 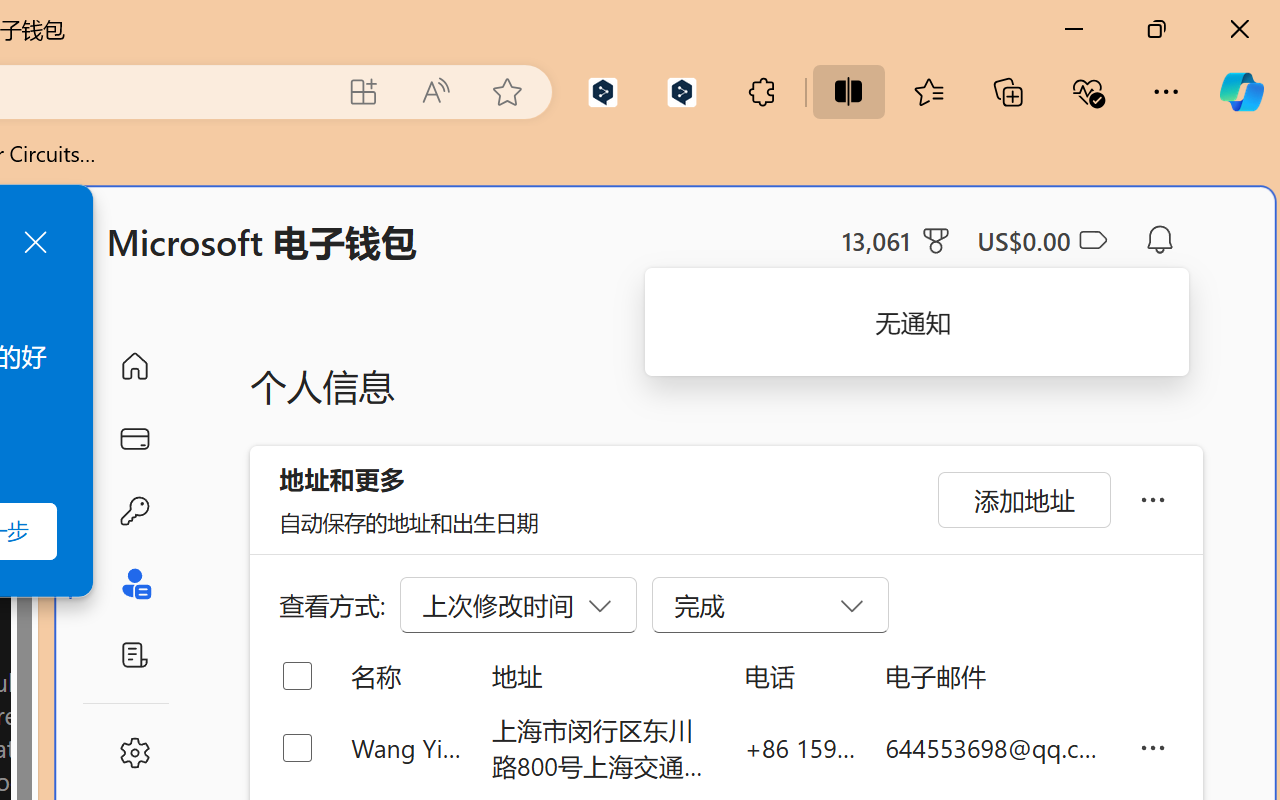 I want to click on 'Microsoft Cashback - US$0.00', so click(x=1040, y=239).